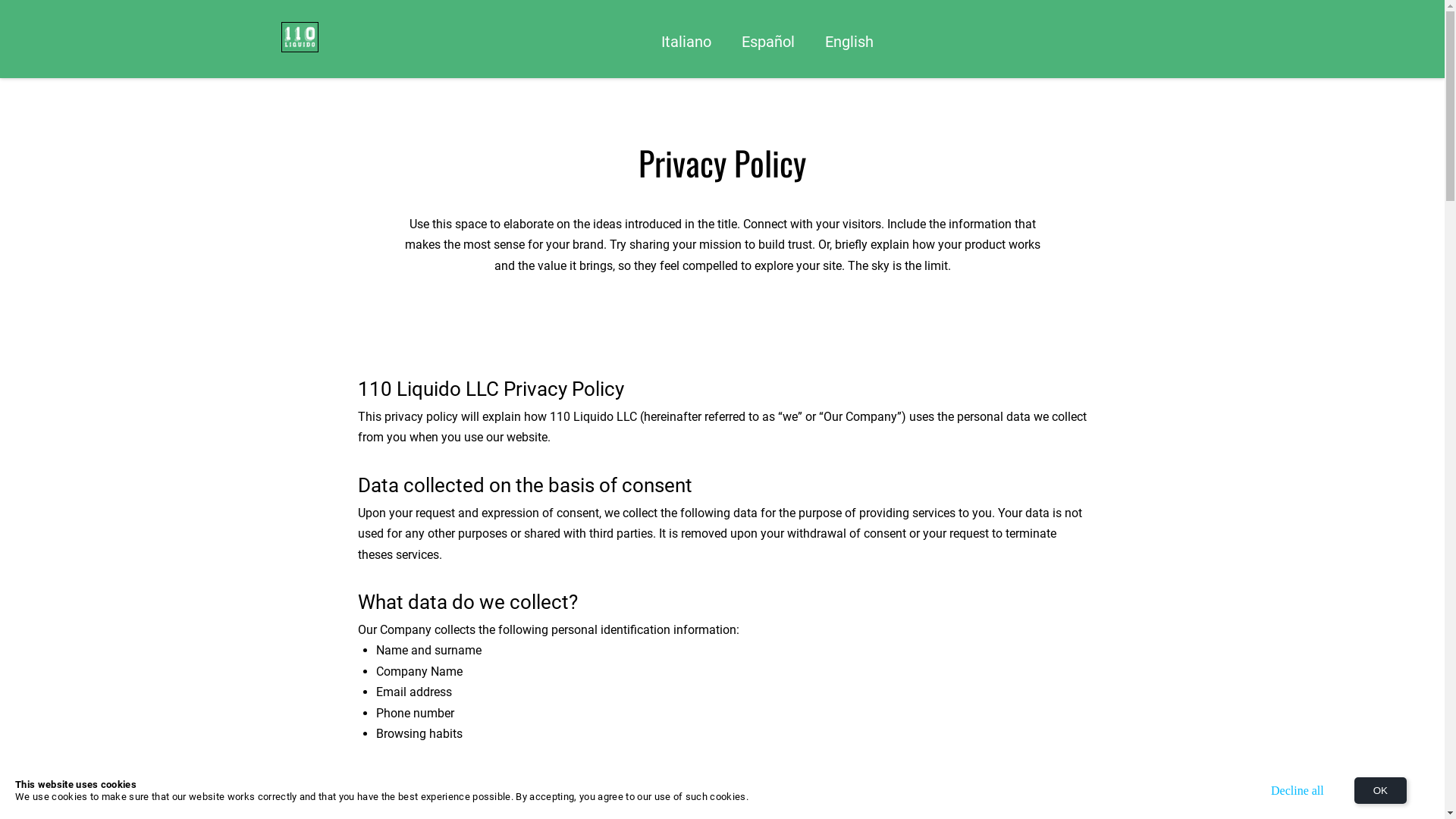 The width and height of the screenshot is (1456, 819). I want to click on 'English', so click(848, 41).